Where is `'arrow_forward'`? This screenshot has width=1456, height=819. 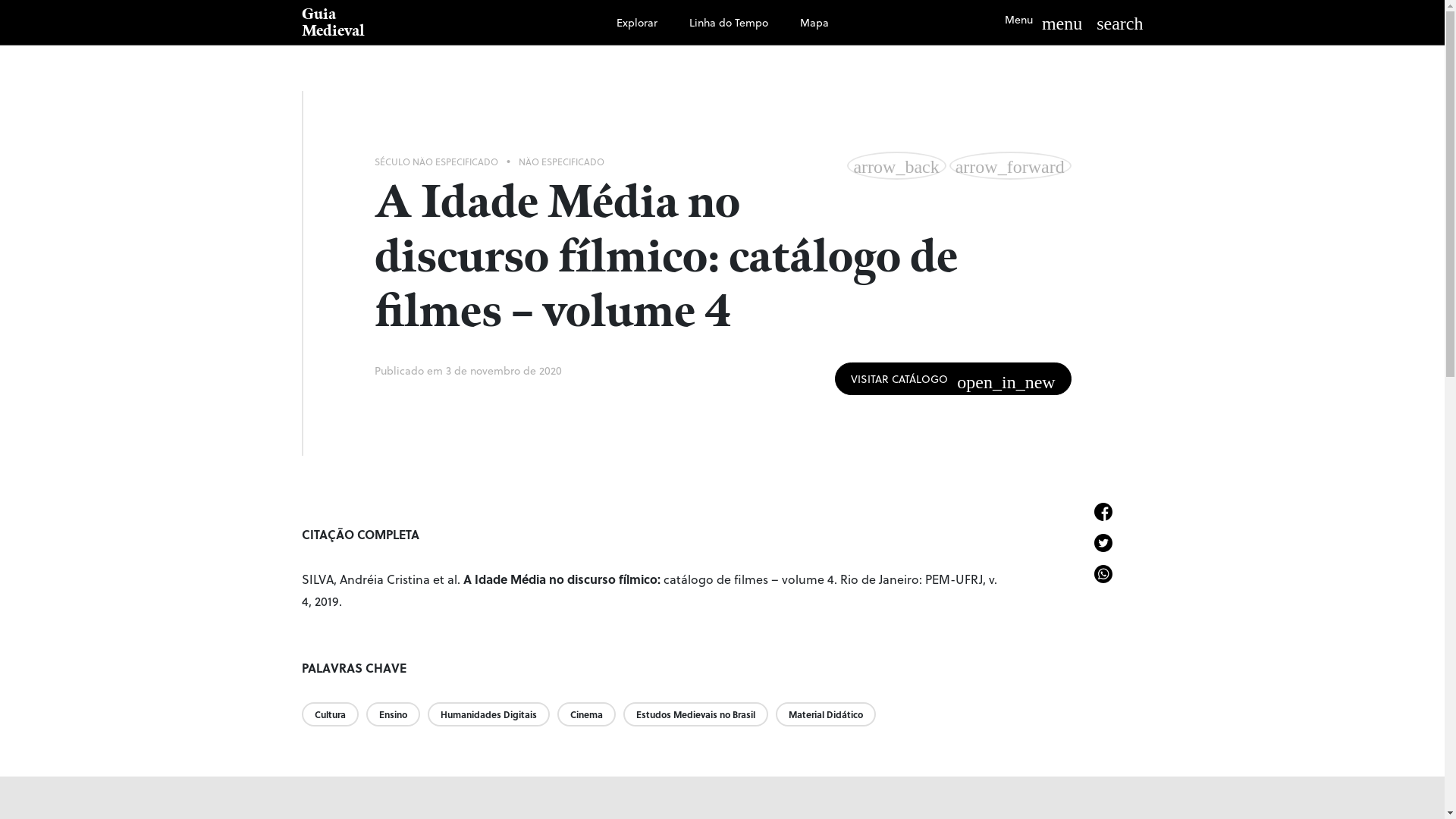
'arrow_forward' is located at coordinates (1010, 165).